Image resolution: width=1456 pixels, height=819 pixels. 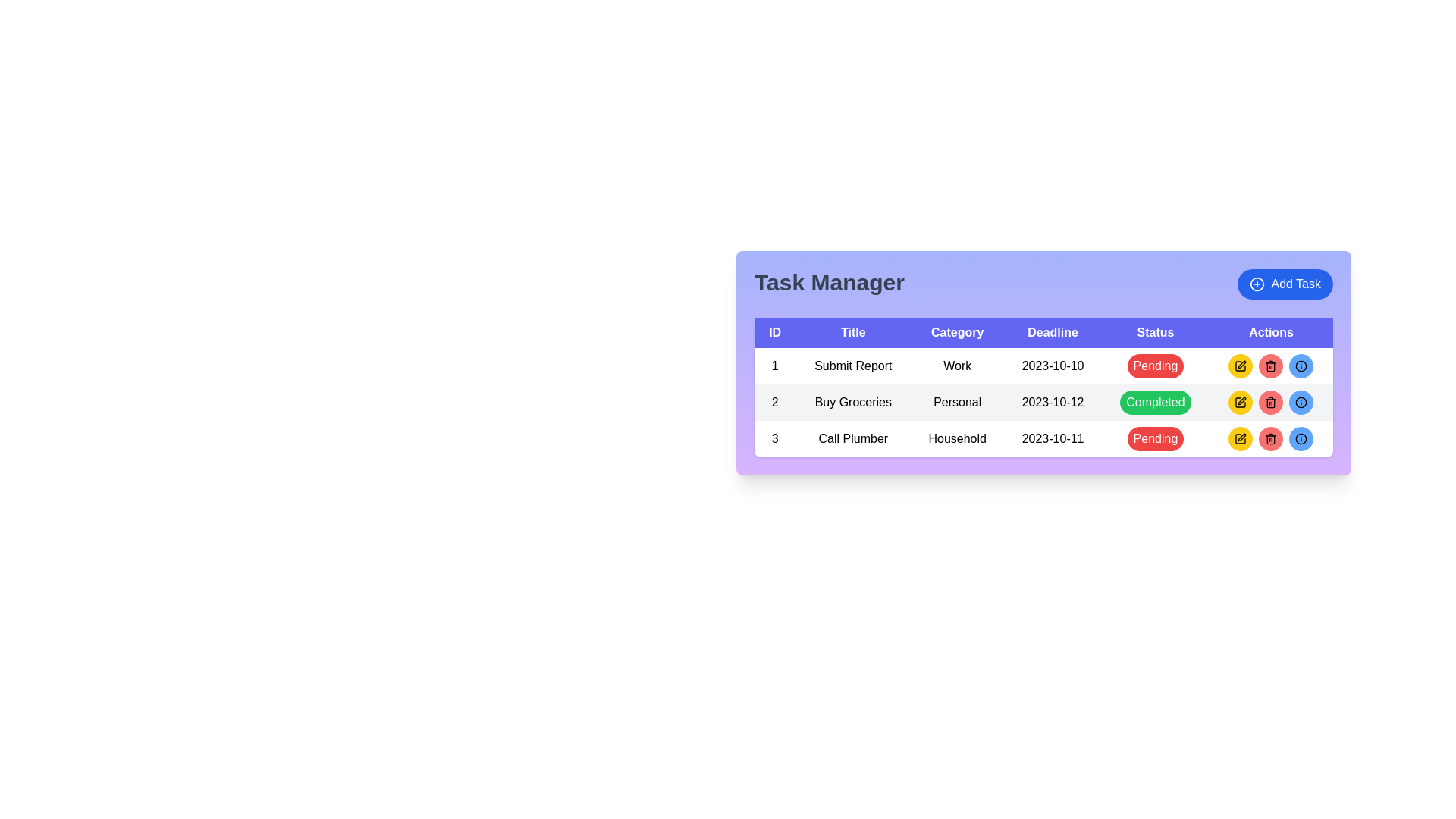 I want to click on the position of the blue circular SVG graphic with a thin black border, located at the center of the 'Add Task' button in the top-right corner of the interface, so click(x=1301, y=366).